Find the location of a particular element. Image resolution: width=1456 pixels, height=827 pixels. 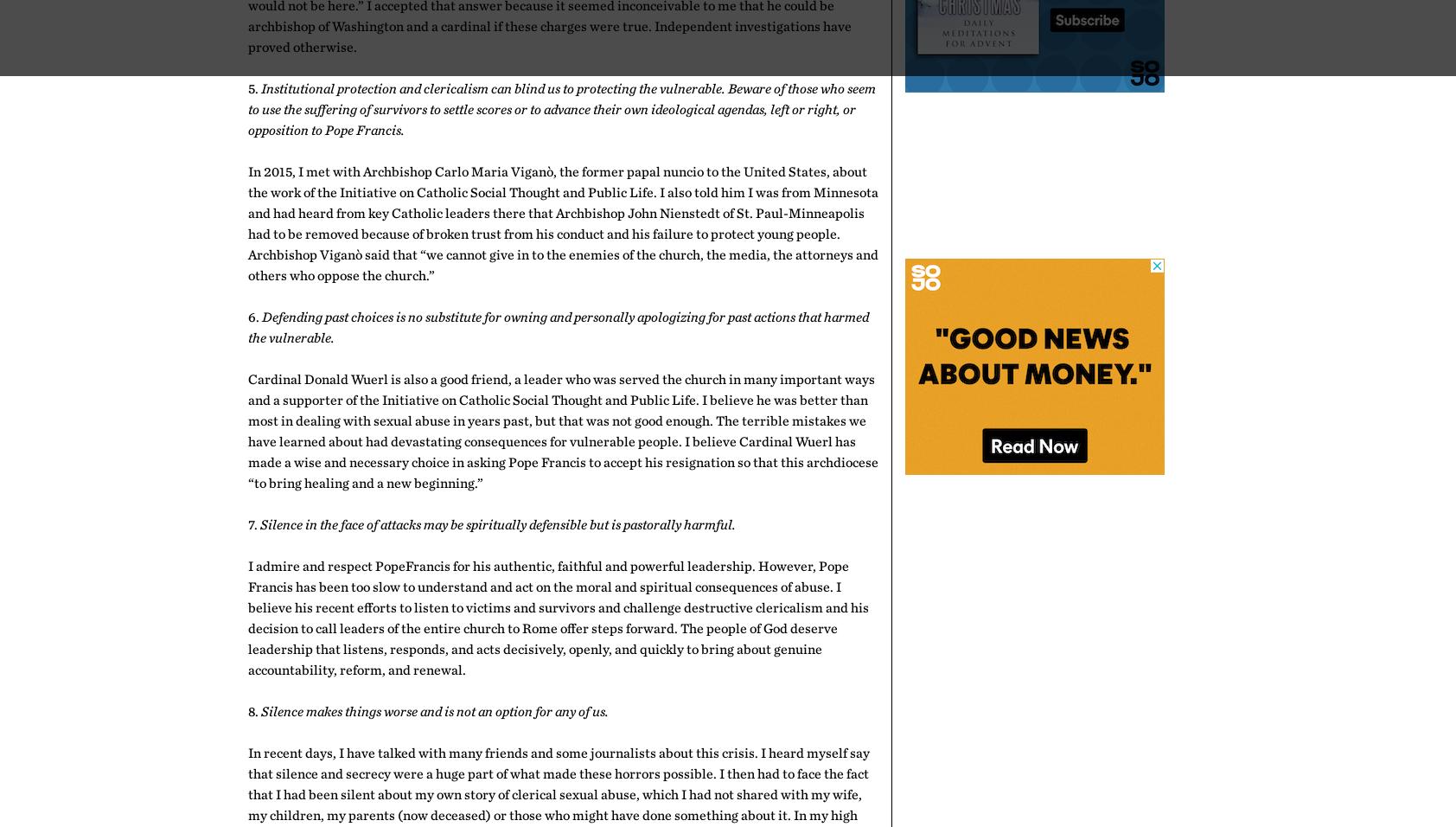

'6.' is located at coordinates (255, 316).